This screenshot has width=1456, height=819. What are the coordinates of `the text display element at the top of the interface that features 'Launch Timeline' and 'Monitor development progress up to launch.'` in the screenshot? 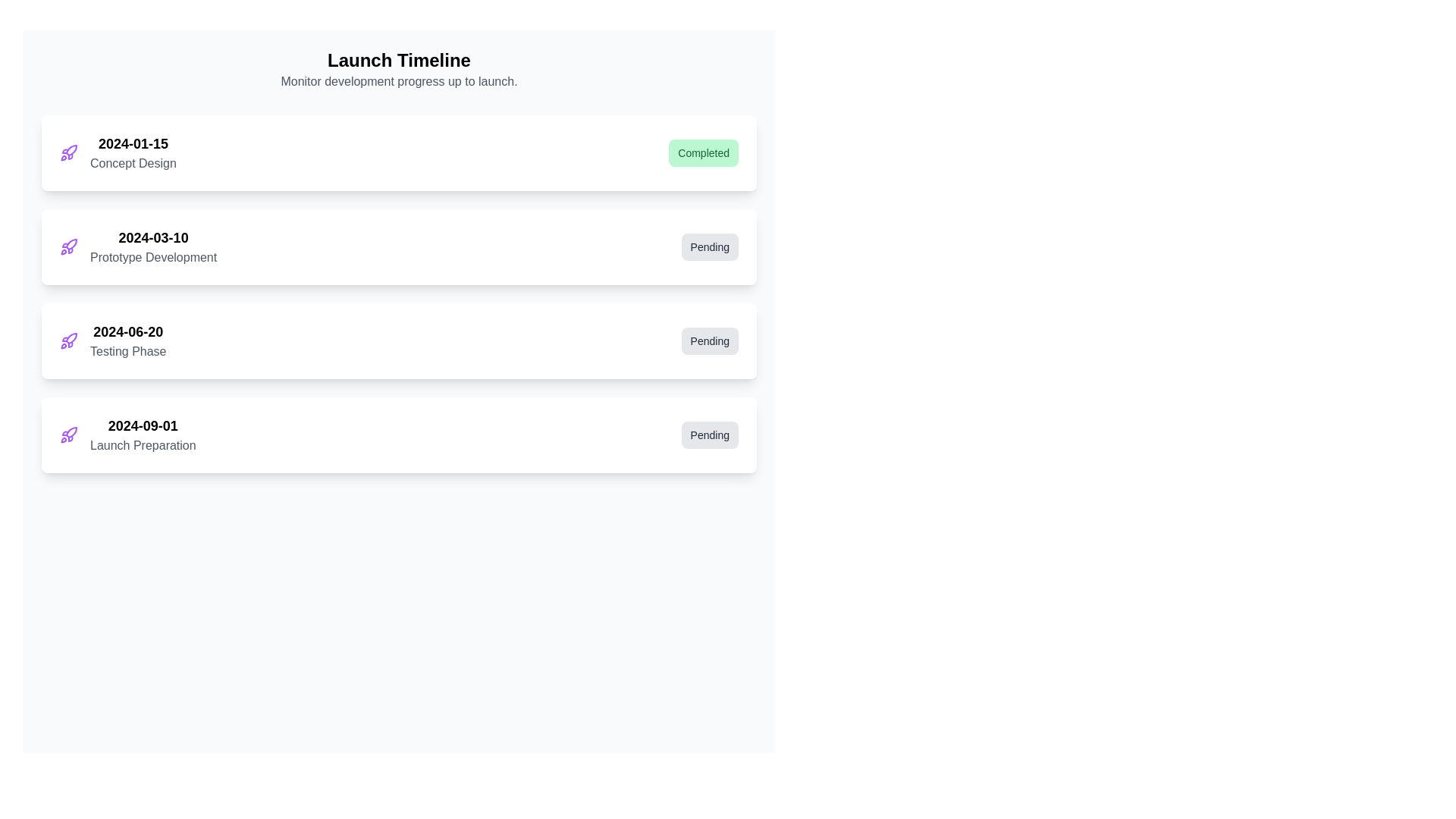 It's located at (399, 70).